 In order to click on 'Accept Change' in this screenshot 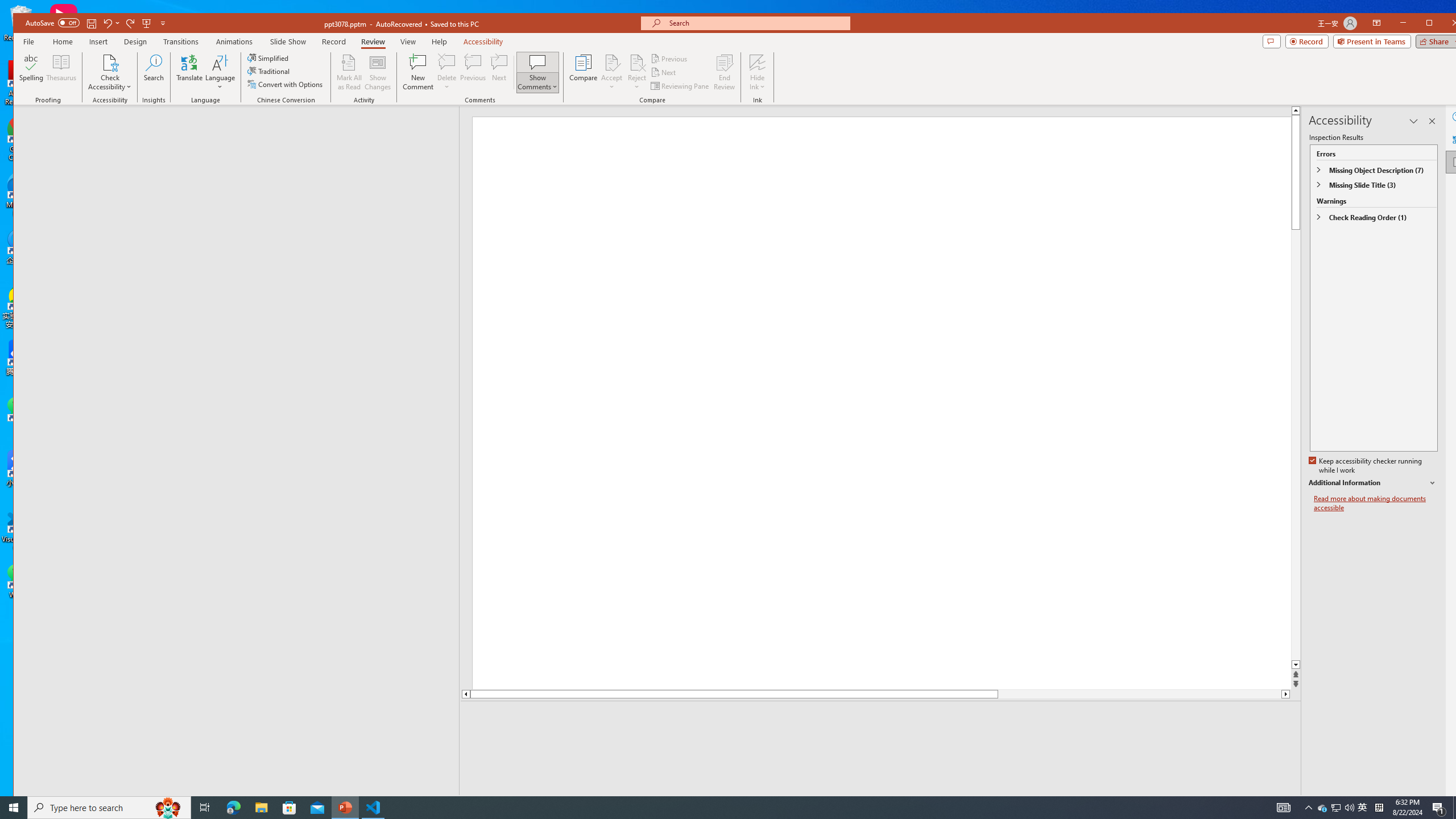, I will do `click(612, 61)`.